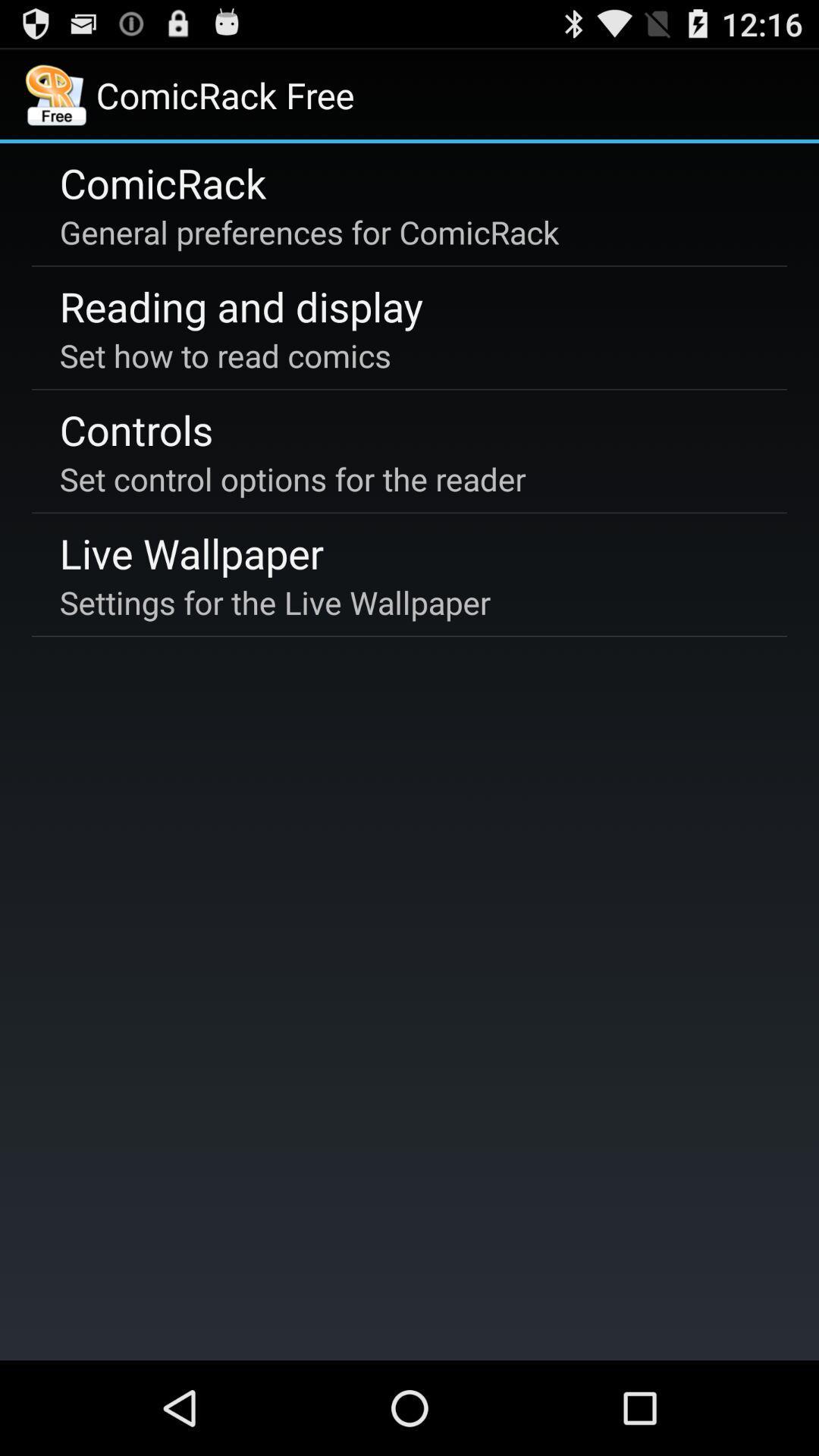 This screenshot has width=819, height=1456. I want to click on set how to item, so click(225, 354).